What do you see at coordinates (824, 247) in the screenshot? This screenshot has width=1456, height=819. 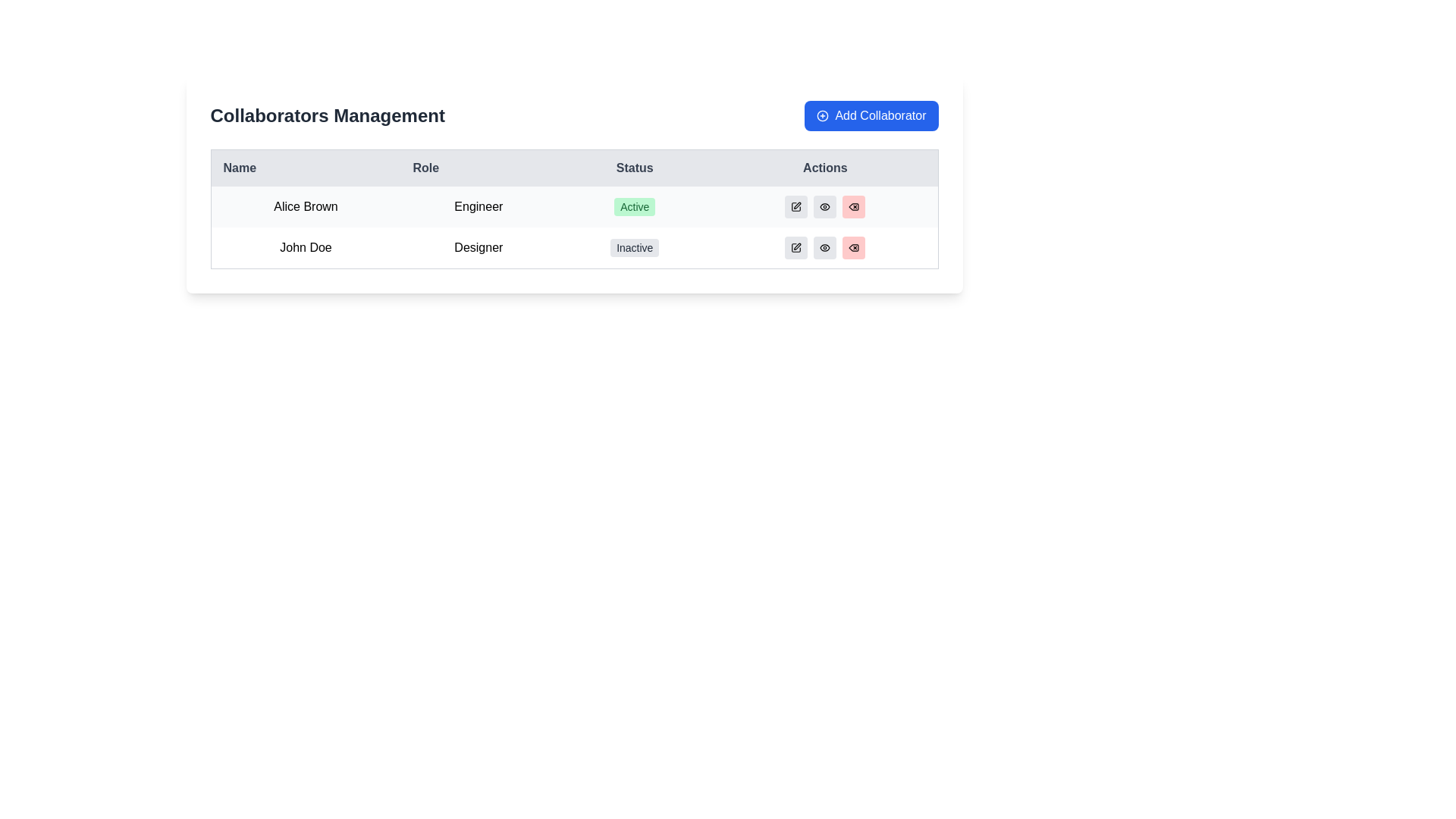 I see `the 'hide' button with a gray background and rounded corners in the 'Actions' column of the second row for user 'John Doe'` at bounding box center [824, 247].